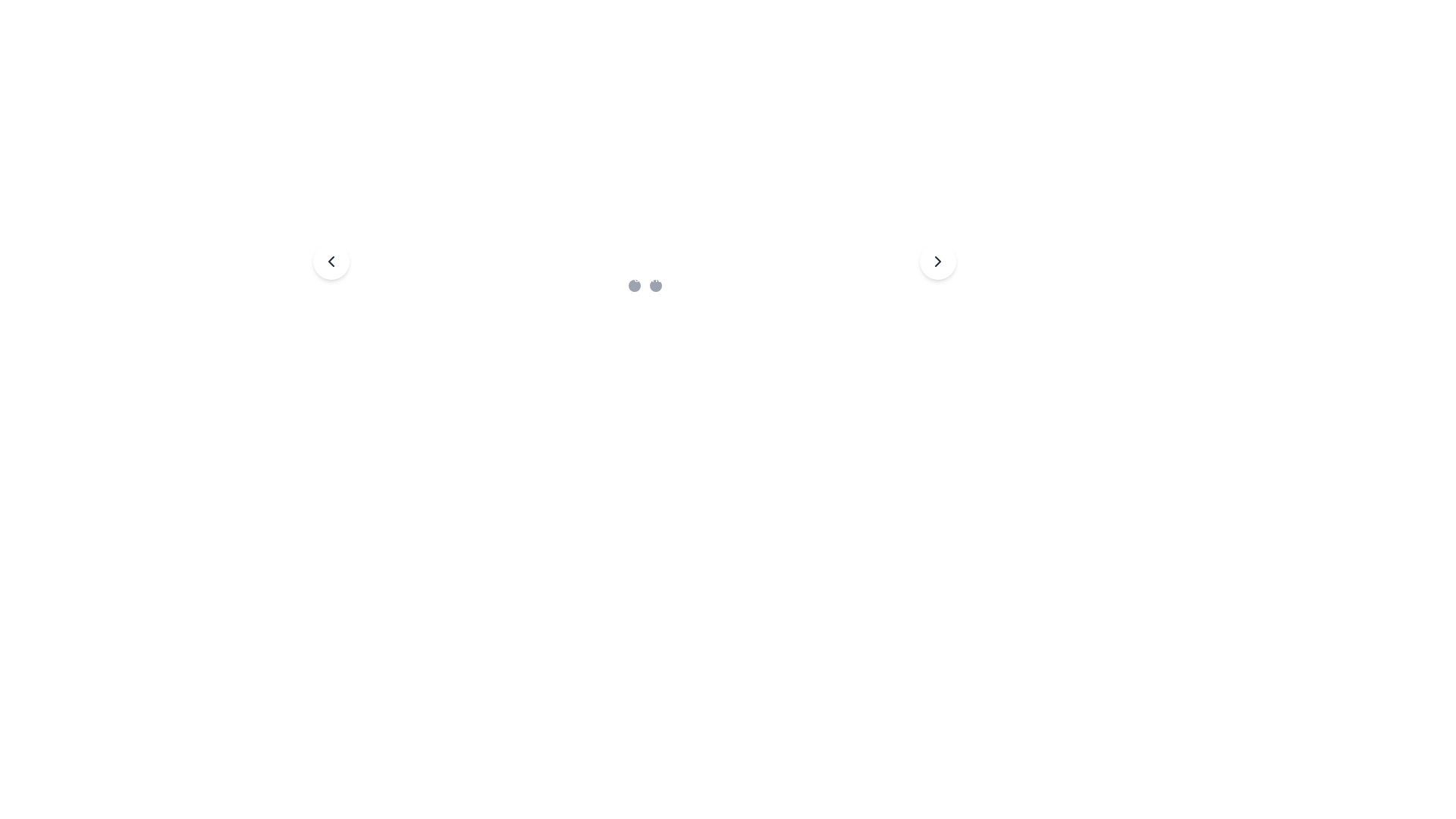  What do you see at coordinates (634, 286) in the screenshot?
I see `the second circular pagination indicator, which is light gray and located in a row of similar circles` at bounding box center [634, 286].